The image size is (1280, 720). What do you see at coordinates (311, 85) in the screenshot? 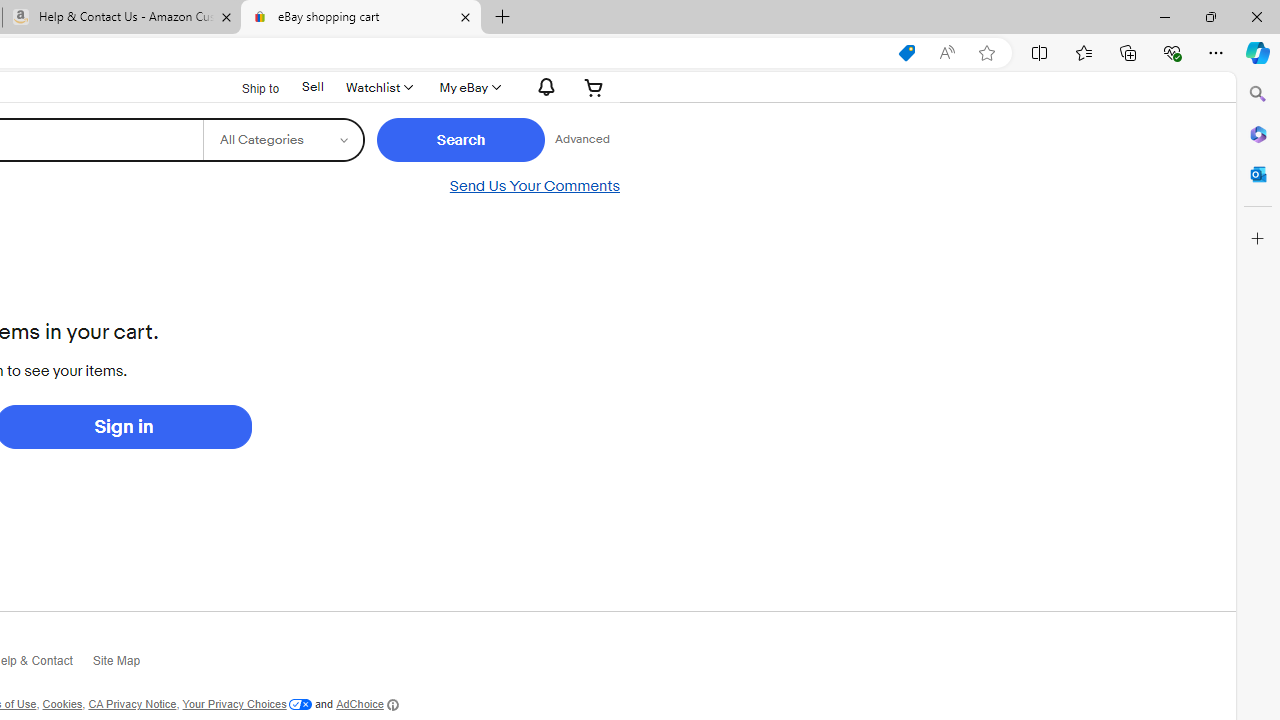
I see `'Sell'` at bounding box center [311, 85].